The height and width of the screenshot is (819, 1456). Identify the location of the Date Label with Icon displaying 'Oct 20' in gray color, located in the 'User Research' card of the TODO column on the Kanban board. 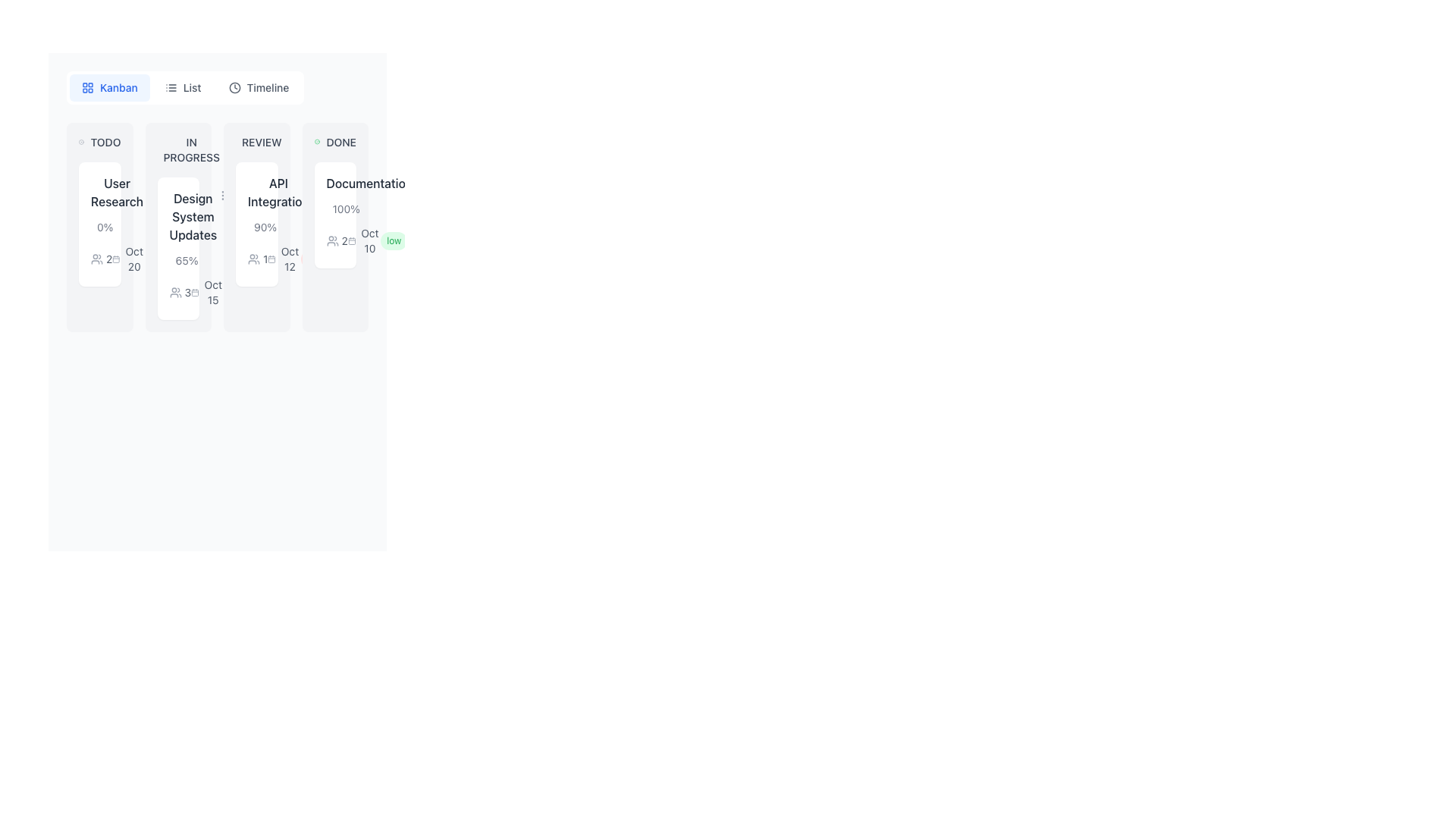
(129, 259).